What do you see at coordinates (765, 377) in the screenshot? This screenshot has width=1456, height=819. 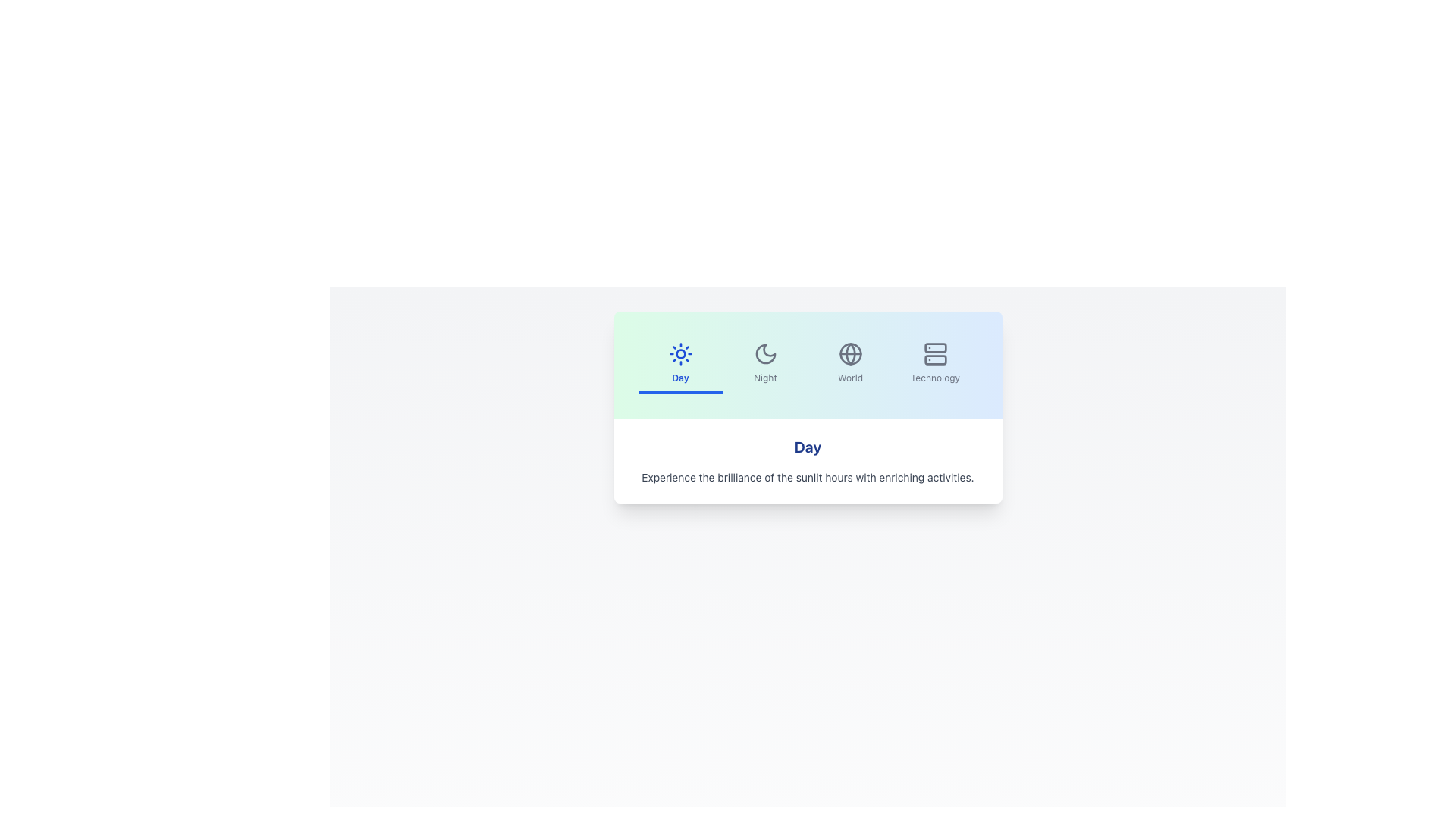 I see `the text label for the 'Night' tab, which is positioned below the moon-shaped icon in a multi-tab layout` at bounding box center [765, 377].